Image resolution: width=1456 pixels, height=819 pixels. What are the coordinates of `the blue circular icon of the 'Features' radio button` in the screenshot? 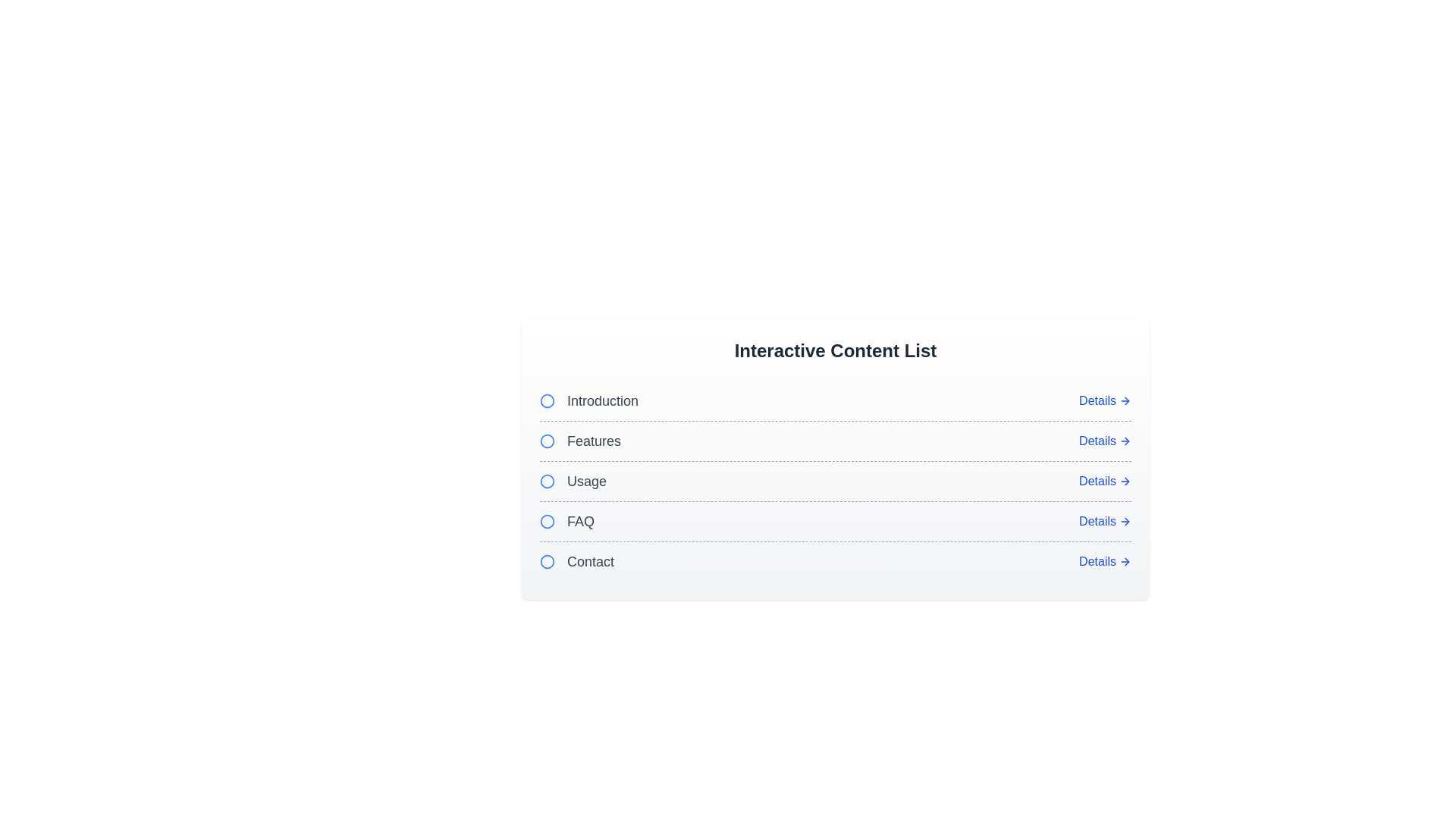 It's located at (579, 441).